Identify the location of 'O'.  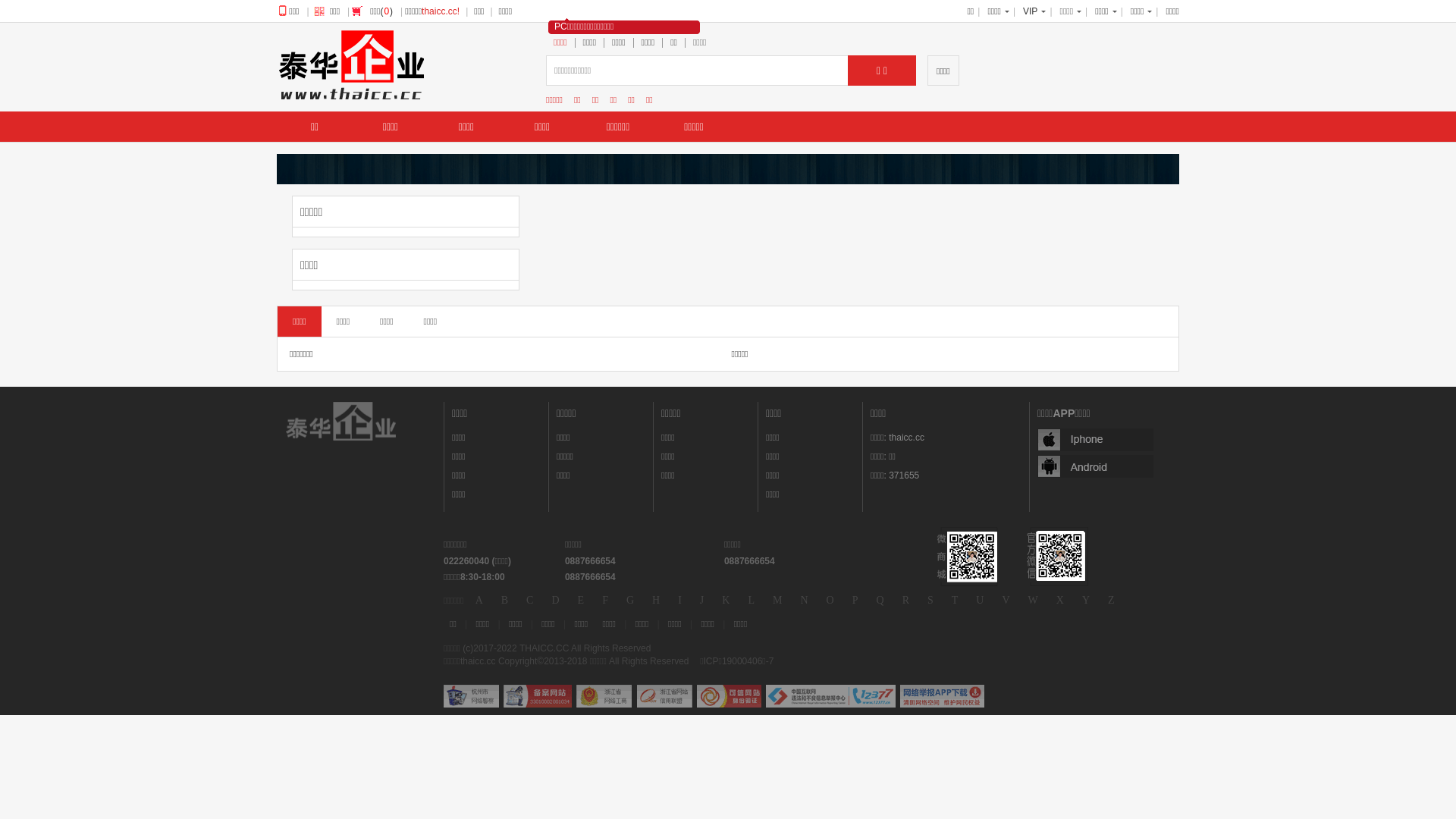
(821, 599).